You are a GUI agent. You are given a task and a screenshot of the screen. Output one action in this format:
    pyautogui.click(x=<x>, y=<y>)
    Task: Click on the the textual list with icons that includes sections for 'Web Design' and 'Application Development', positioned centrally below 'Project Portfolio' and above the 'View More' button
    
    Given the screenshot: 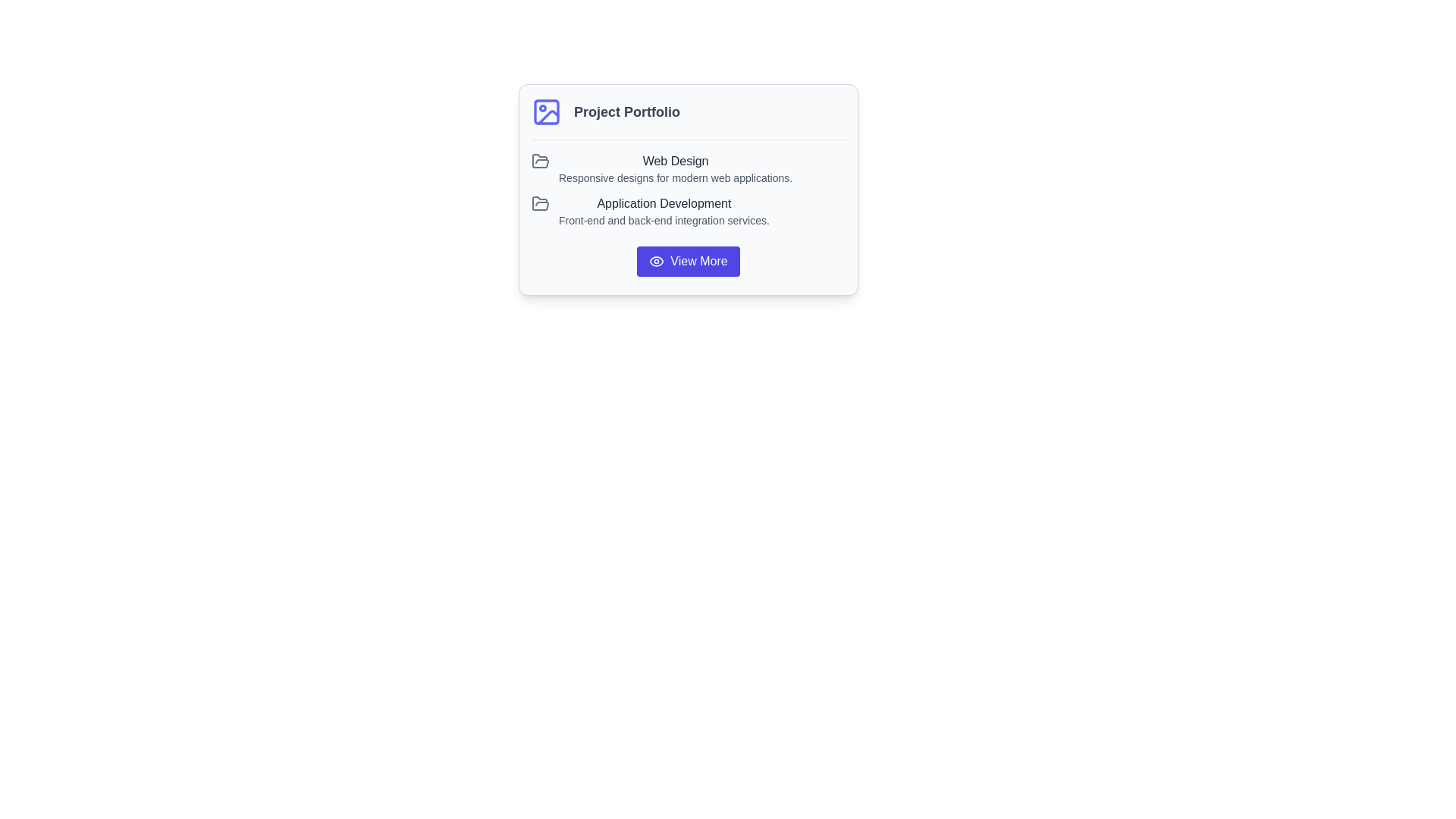 What is the action you would take?
    pyautogui.click(x=687, y=189)
    